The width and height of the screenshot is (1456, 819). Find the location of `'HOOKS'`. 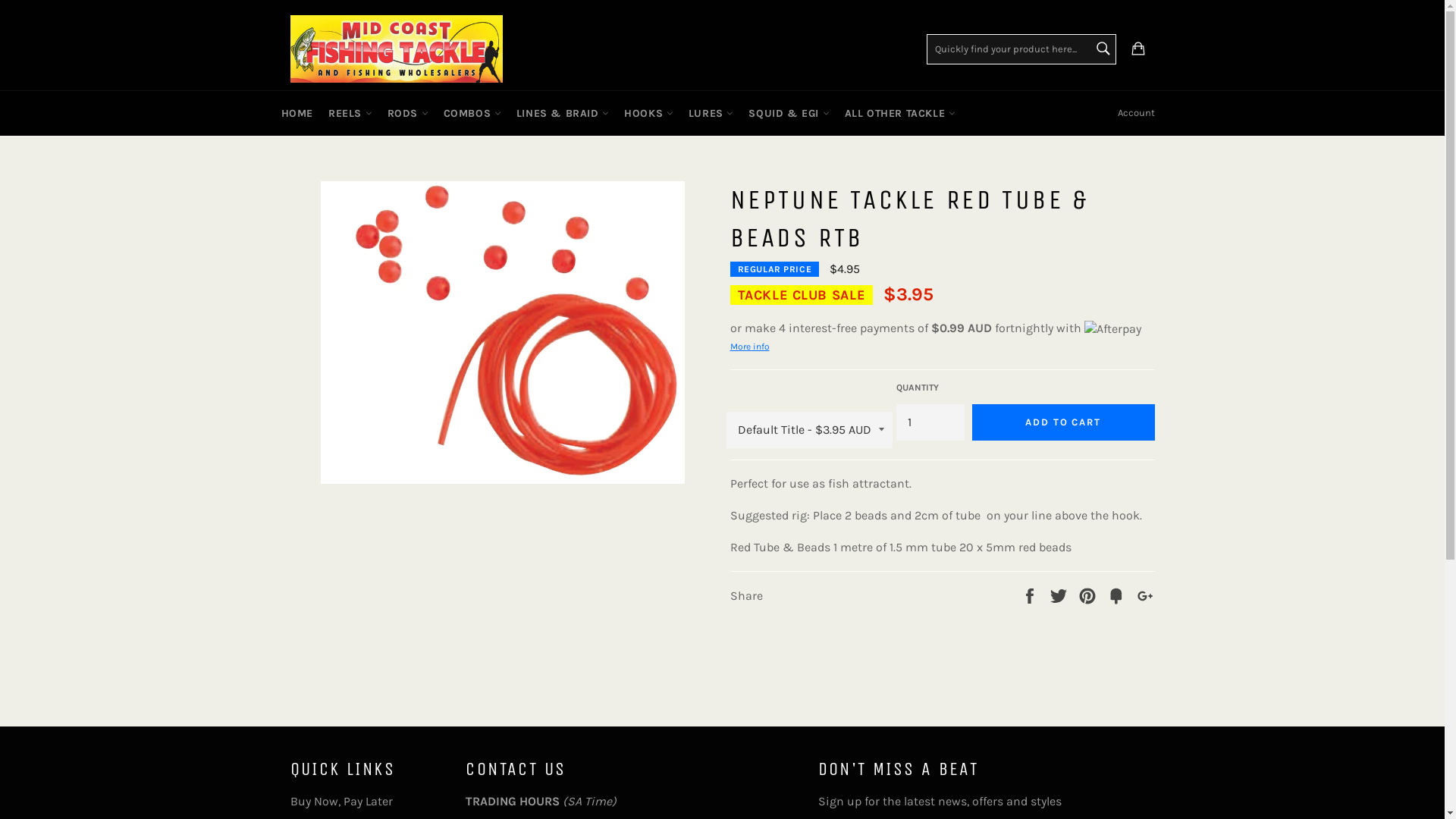

'HOOKS' is located at coordinates (648, 112).